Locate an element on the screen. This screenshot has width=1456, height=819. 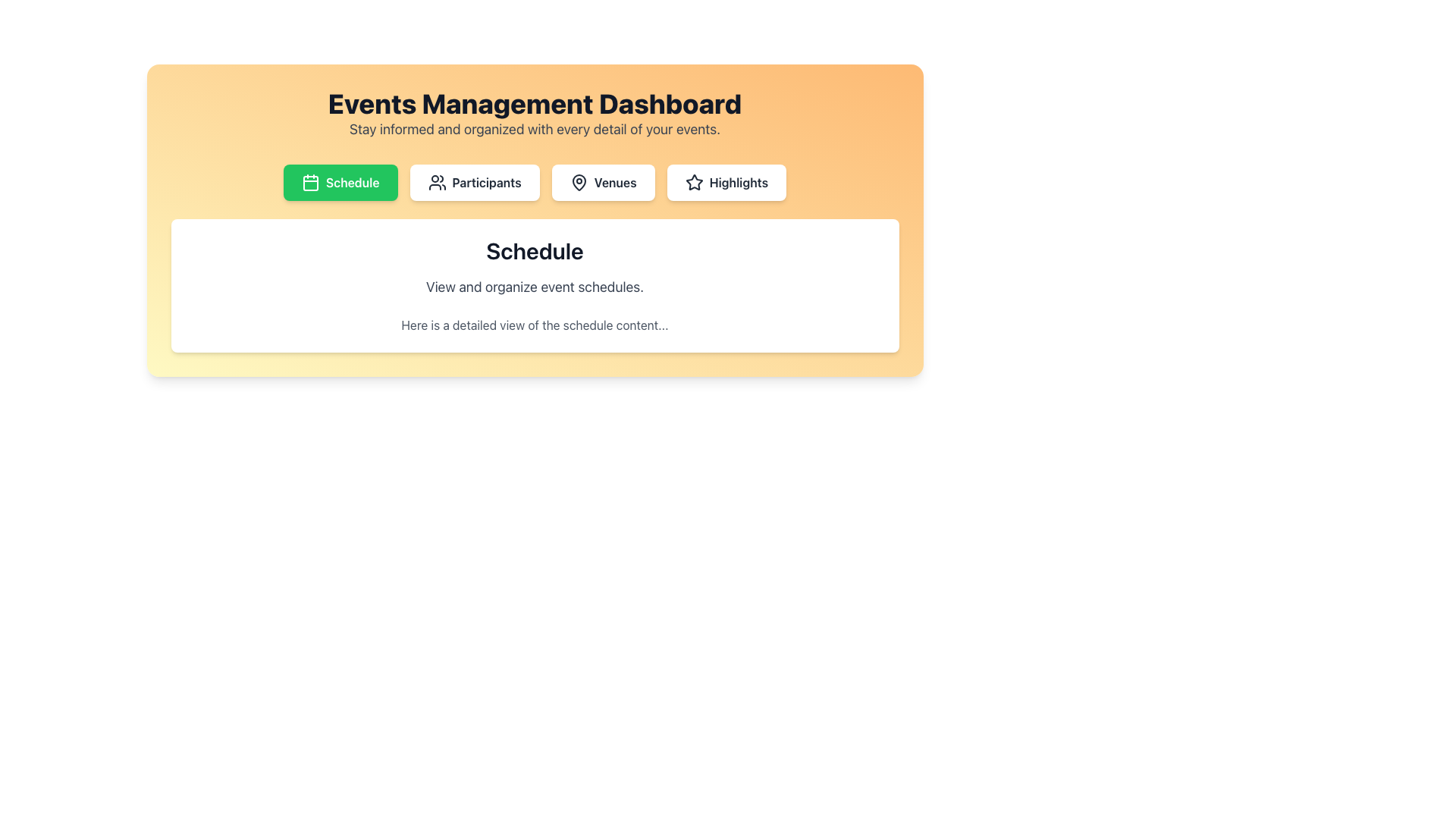
the green 'Schedule' button with a calendar icon located in the header section is located at coordinates (340, 181).